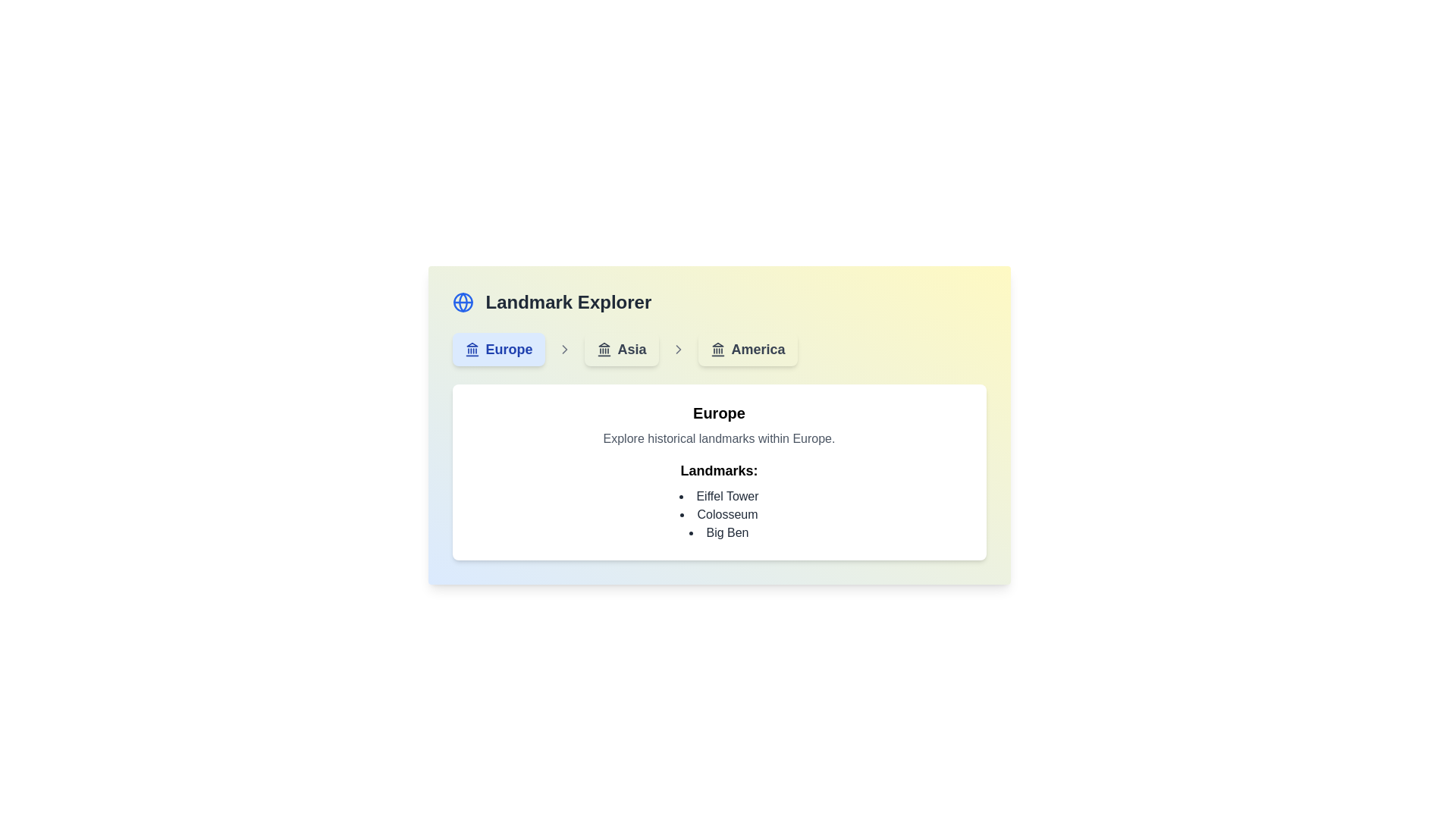 The width and height of the screenshot is (1456, 819). I want to click on text contents of the informational card that provides an overview of historical landmarks in Europe, located below the navigation buttons labeled 'Europe', 'Asia', and 'America', so click(718, 472).